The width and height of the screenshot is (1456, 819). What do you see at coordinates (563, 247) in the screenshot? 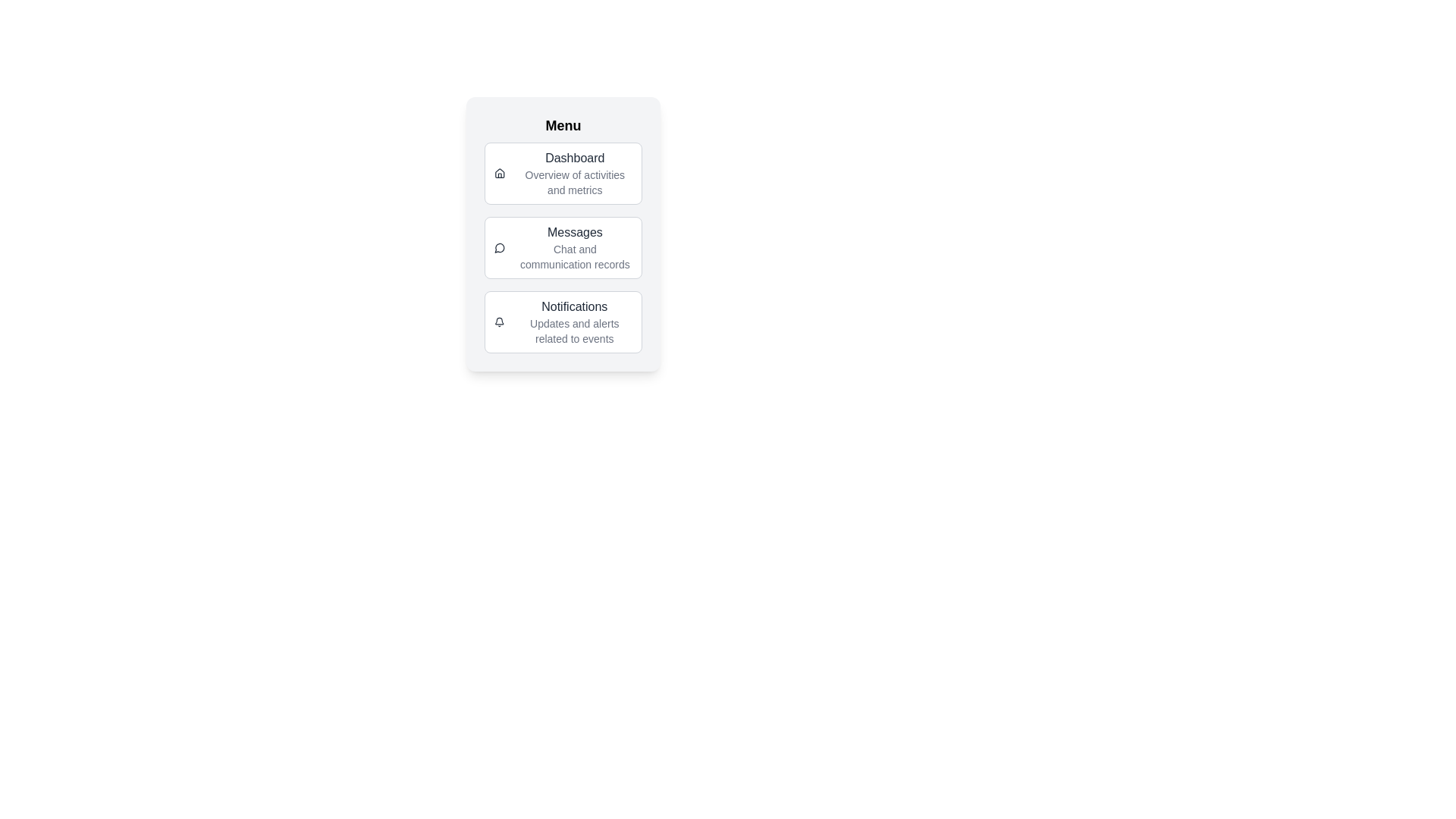
I see `the menu item Messages to activate it` at bounding box center [563, 247].